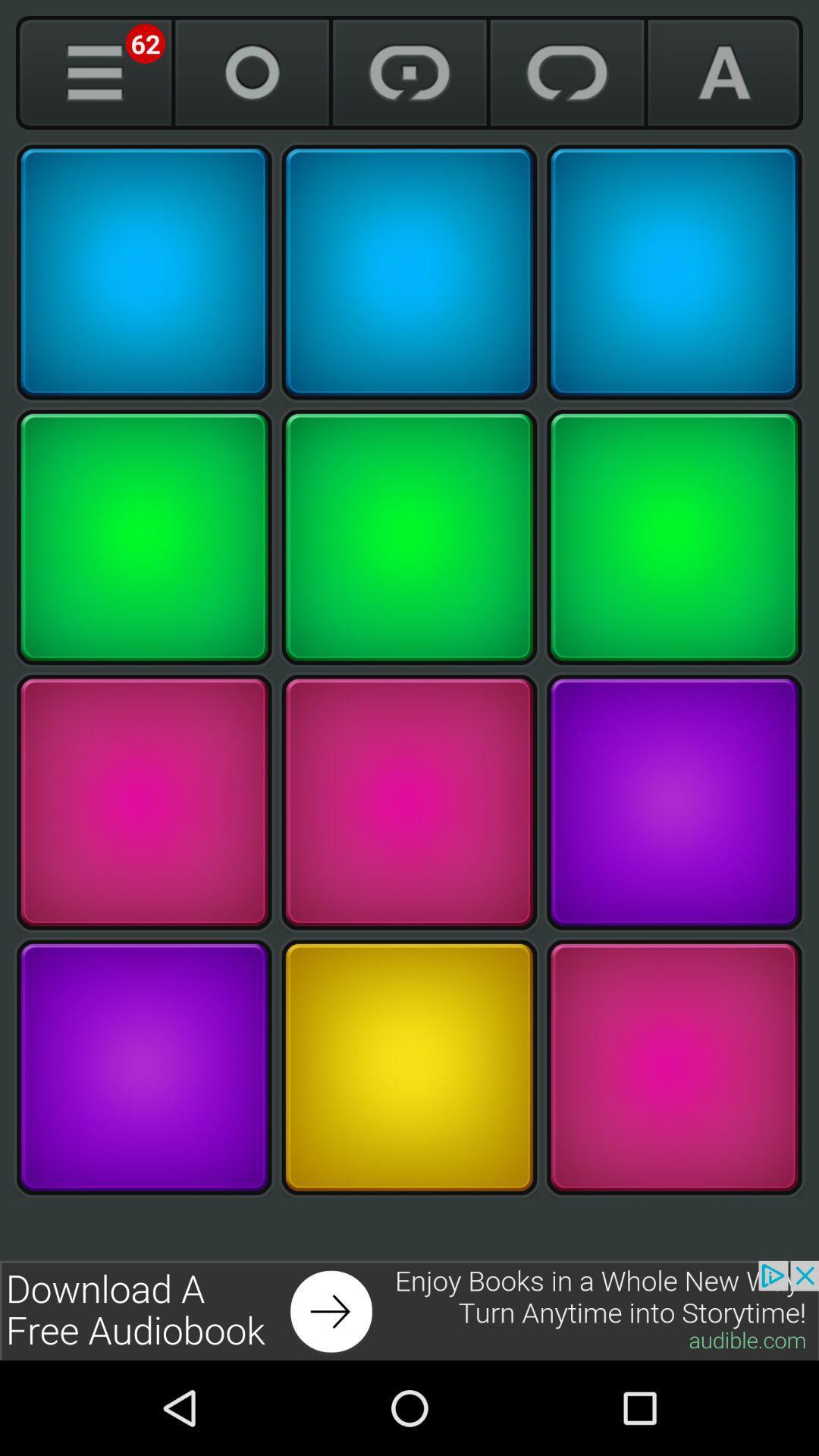 The image size is (819, 1456). What do you see at coordinates (94, 72) in the screenshot?
I see `show more colours` at bounding box center [94, 72].